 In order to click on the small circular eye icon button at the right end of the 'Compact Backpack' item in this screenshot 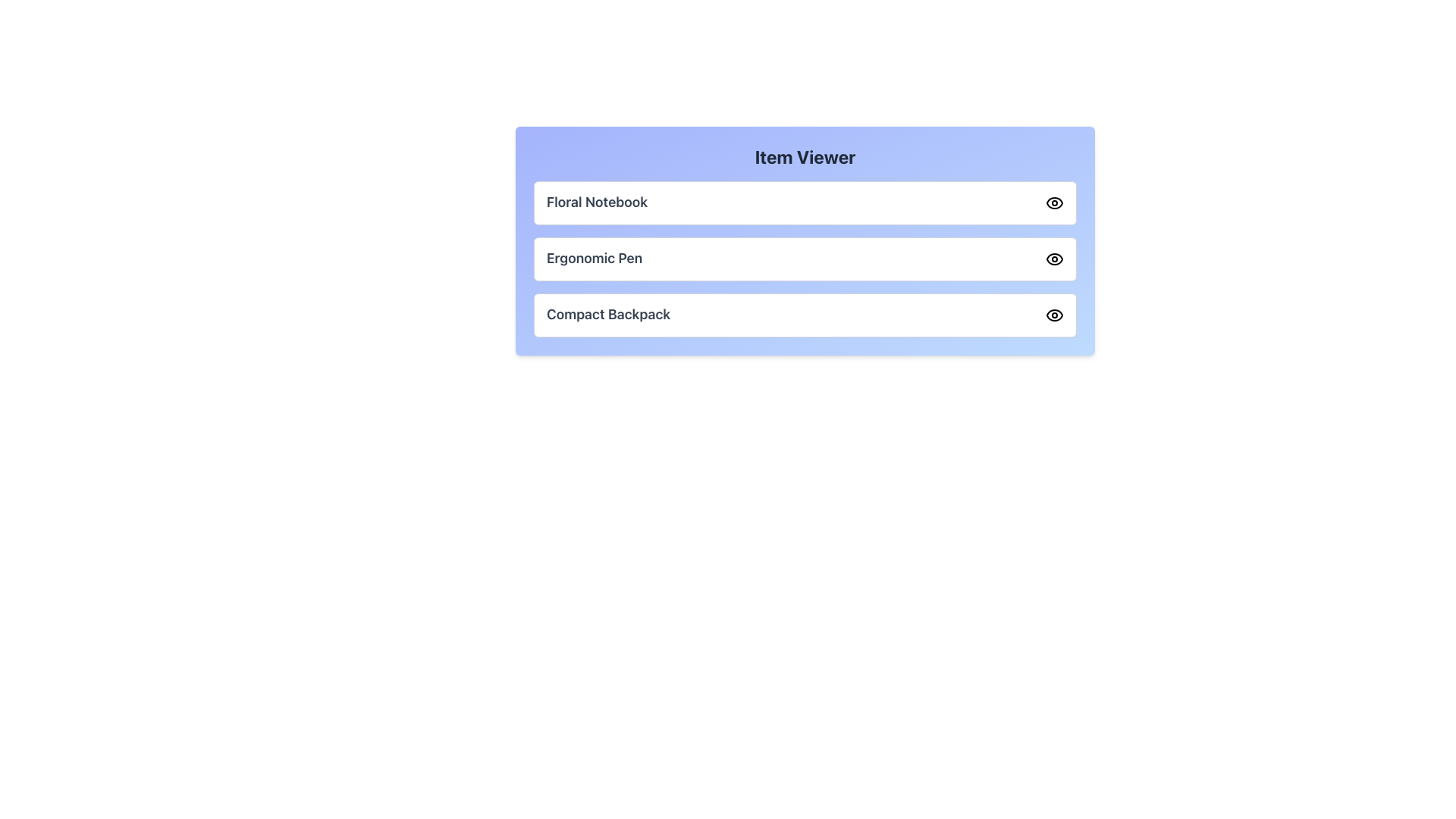, I will do `click(1054, 315)`.